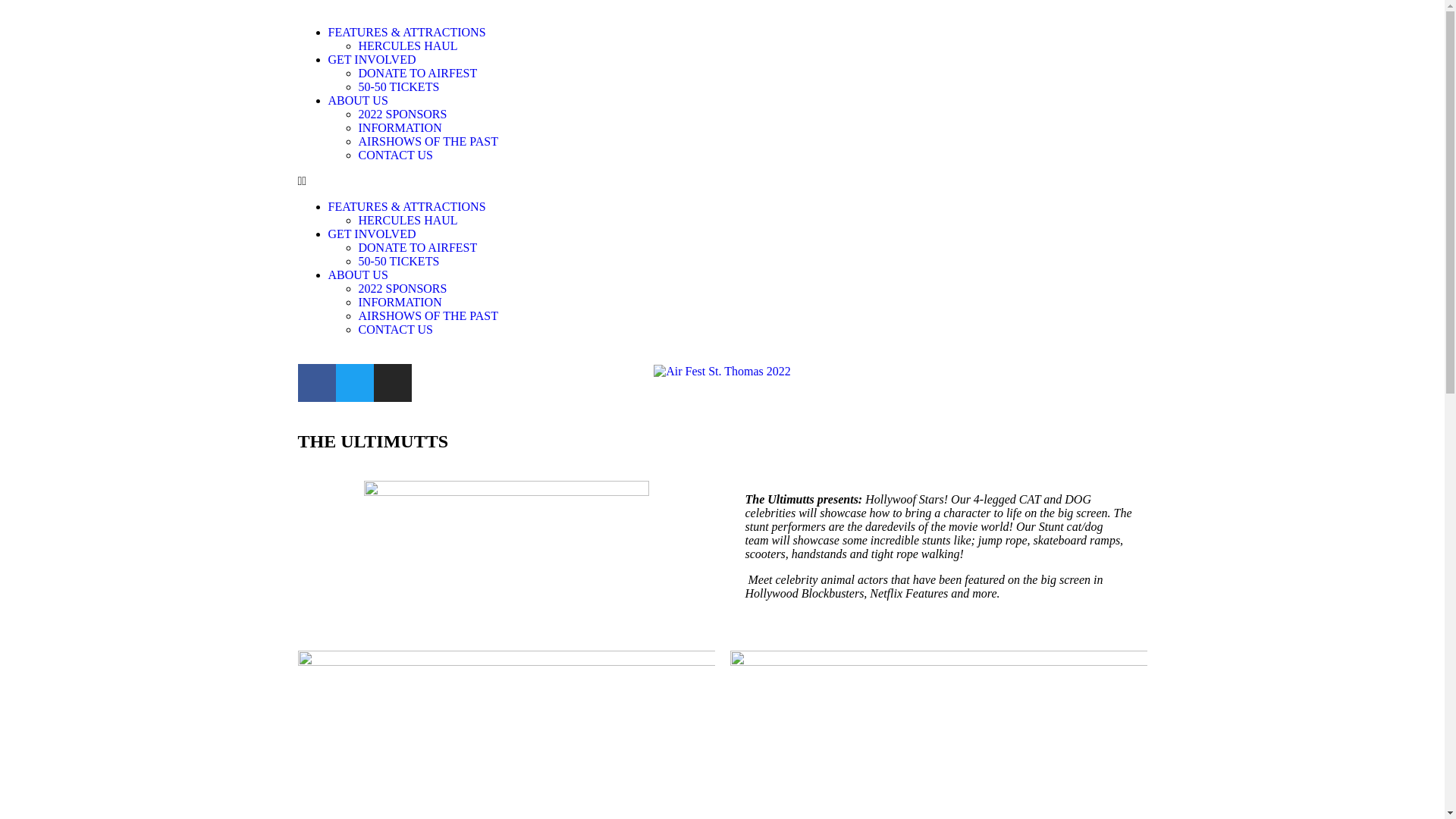 This screenshot has height=819, width=1456. I want to click on 'ABOUT US', so click(356, 100).